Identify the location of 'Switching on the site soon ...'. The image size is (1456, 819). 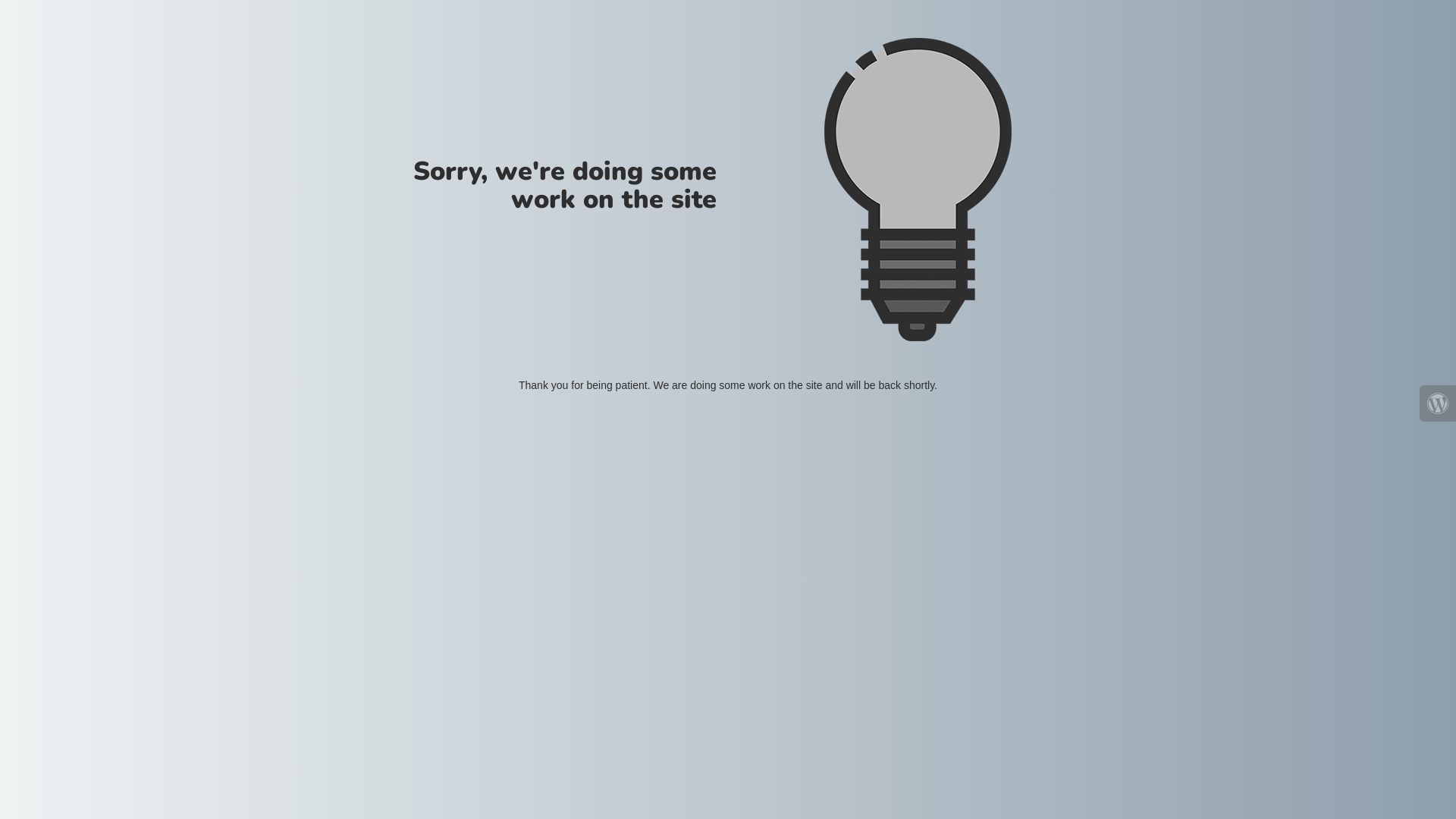
(916, 189).